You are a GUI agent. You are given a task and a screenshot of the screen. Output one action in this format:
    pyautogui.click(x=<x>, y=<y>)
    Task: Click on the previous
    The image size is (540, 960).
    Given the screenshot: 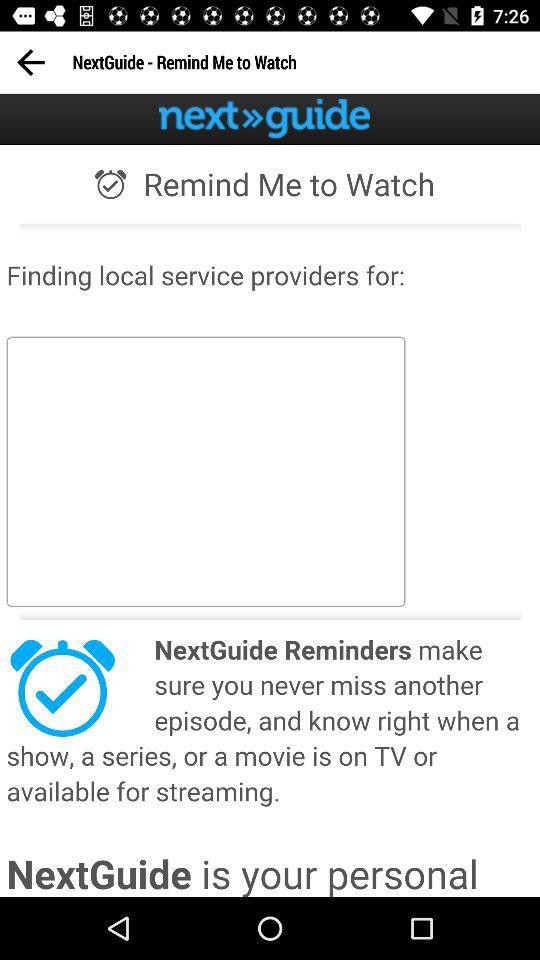 What is the action you would take?
    pyautogui.click(x=29, y=62)
    